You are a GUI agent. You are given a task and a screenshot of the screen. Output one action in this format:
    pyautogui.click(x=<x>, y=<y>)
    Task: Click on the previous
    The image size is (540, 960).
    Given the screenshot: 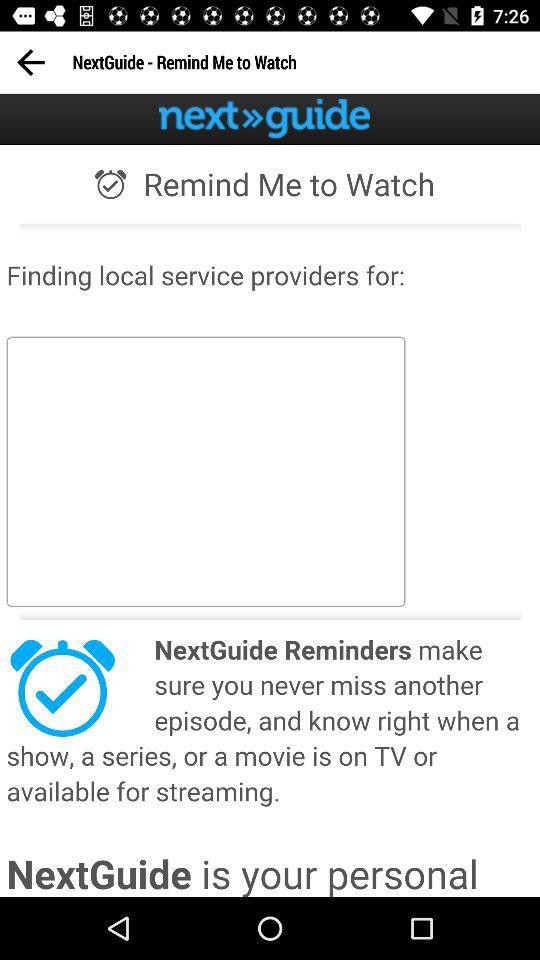 What is the action you would take?
    pyautogui.click(x=29, y=62)
    